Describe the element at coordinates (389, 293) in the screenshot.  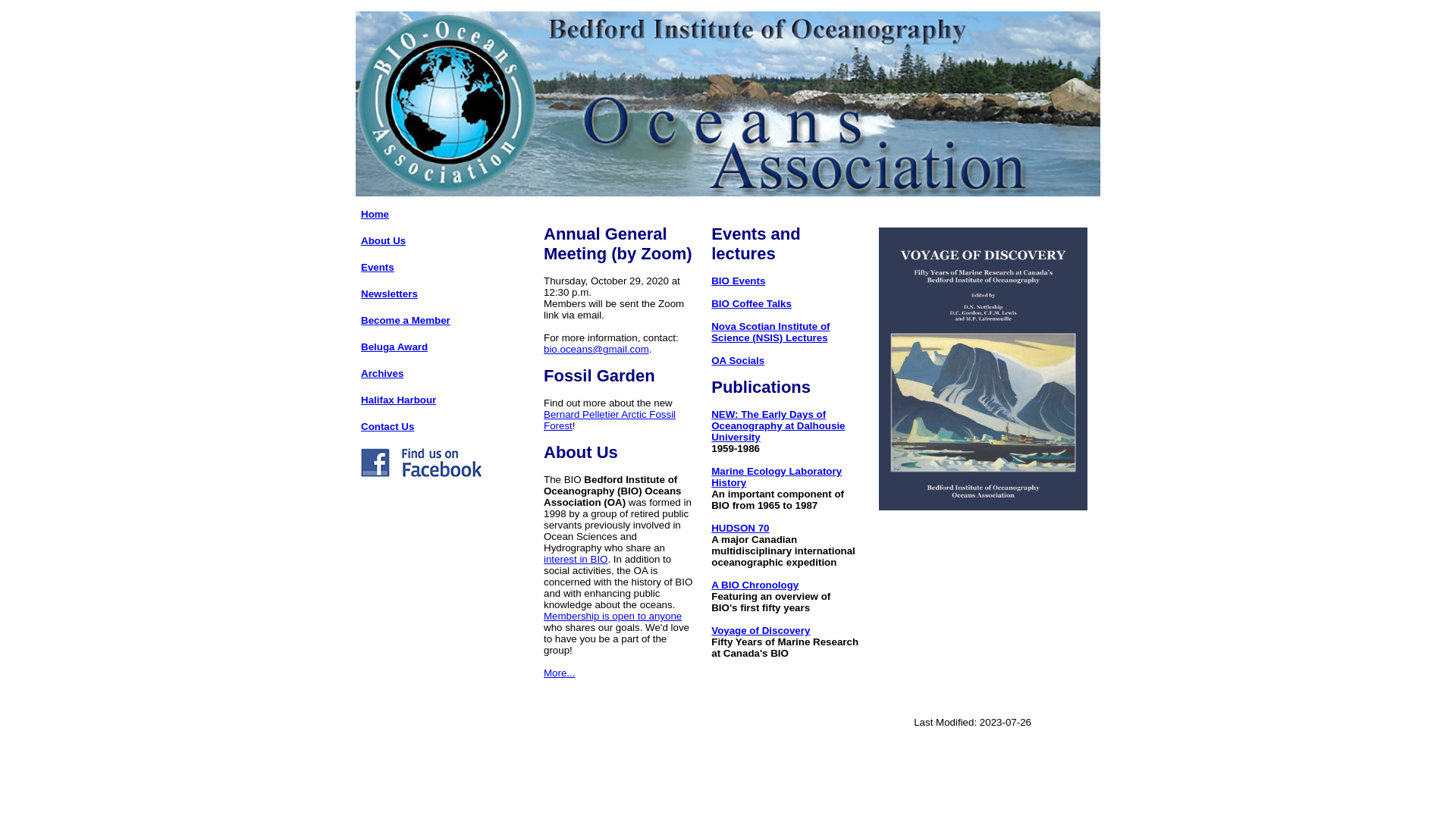
I see `'Newsletters'` at that location.